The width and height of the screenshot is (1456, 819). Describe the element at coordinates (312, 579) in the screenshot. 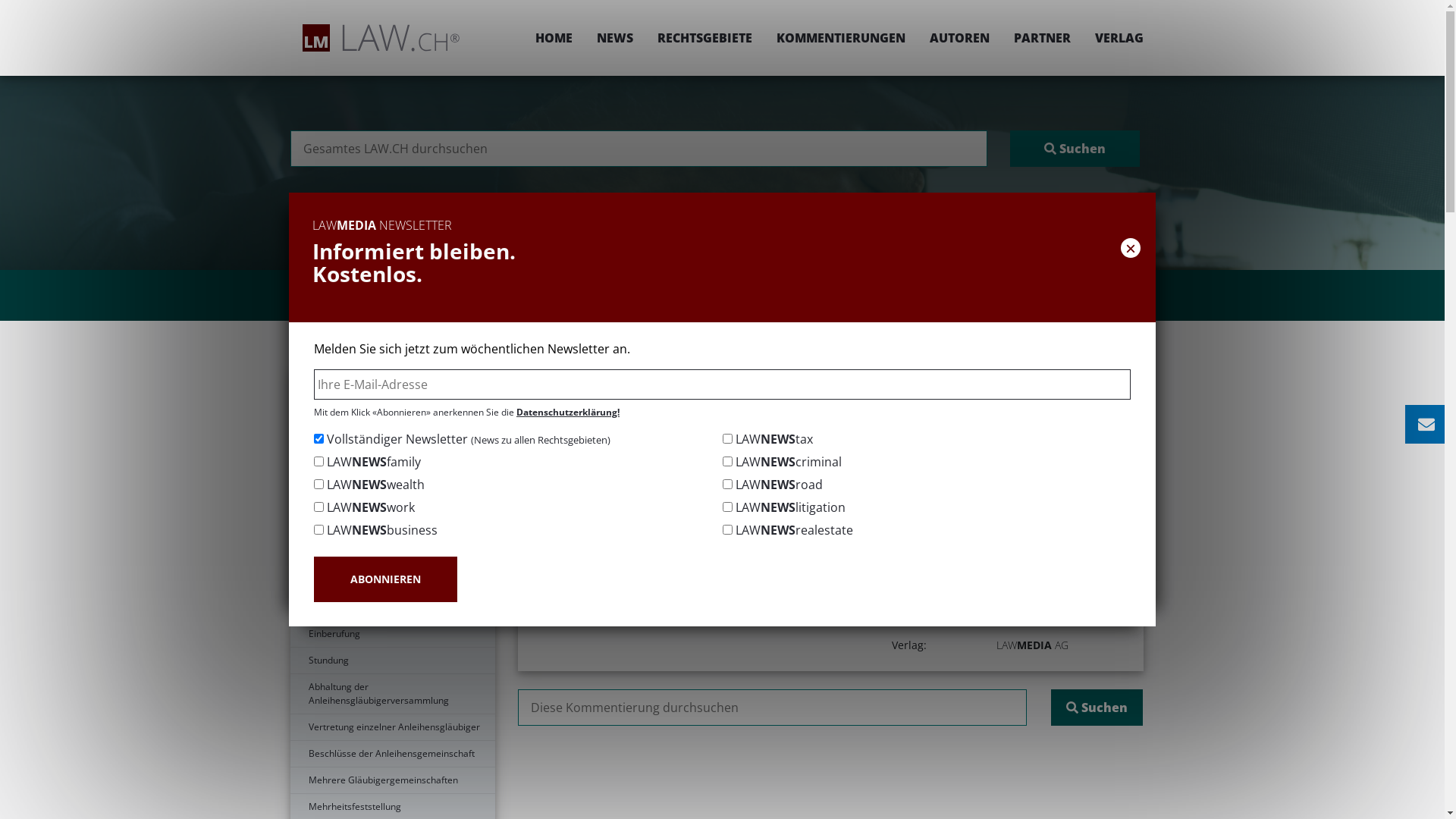

I see `'ABONNIEREN'` at that location.